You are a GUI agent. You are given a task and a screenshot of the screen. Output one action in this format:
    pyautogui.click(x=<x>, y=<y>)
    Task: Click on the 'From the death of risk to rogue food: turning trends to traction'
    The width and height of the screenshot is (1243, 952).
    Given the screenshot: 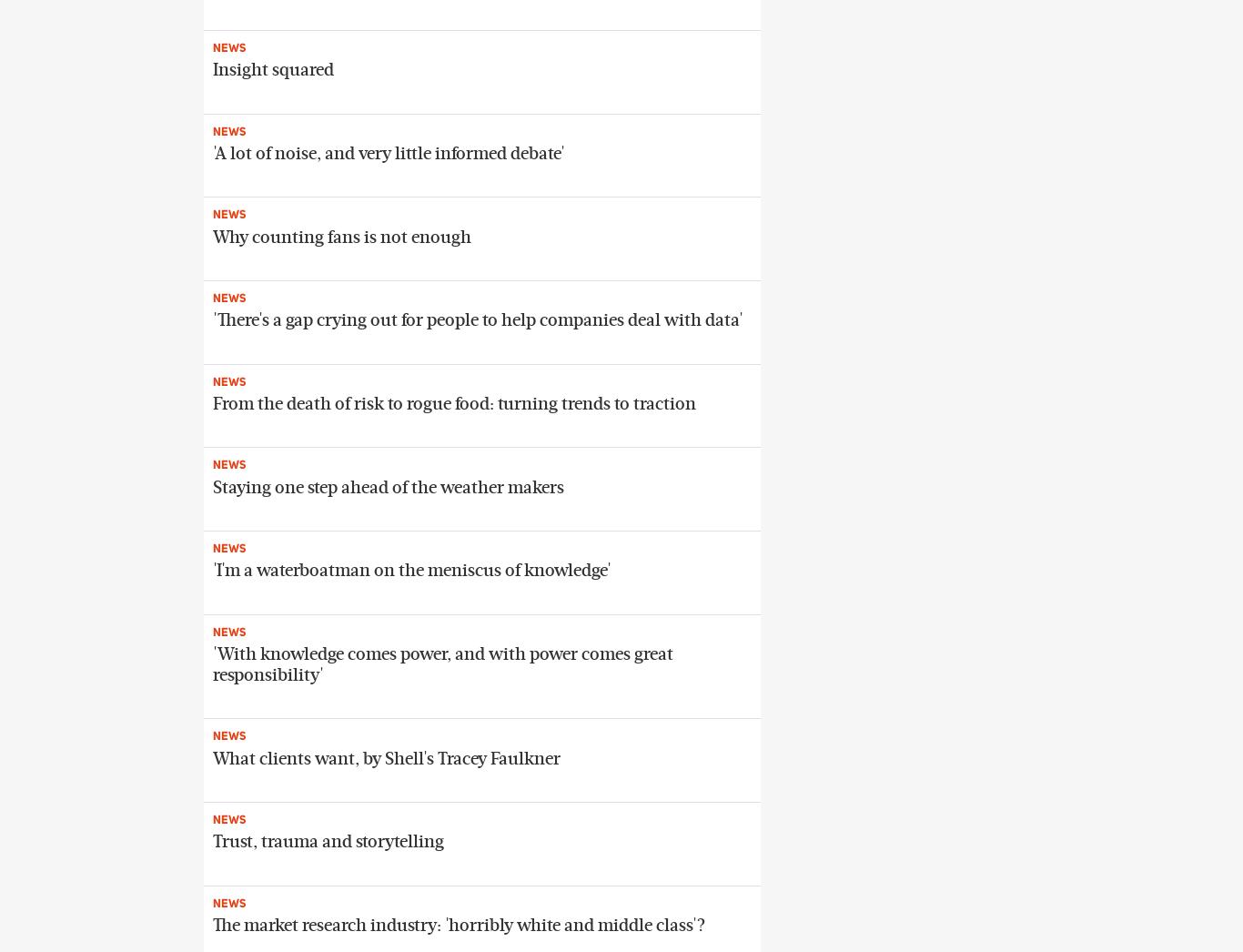 What is the action you would take?
    pyautogui.click(x=453, y=402)
    